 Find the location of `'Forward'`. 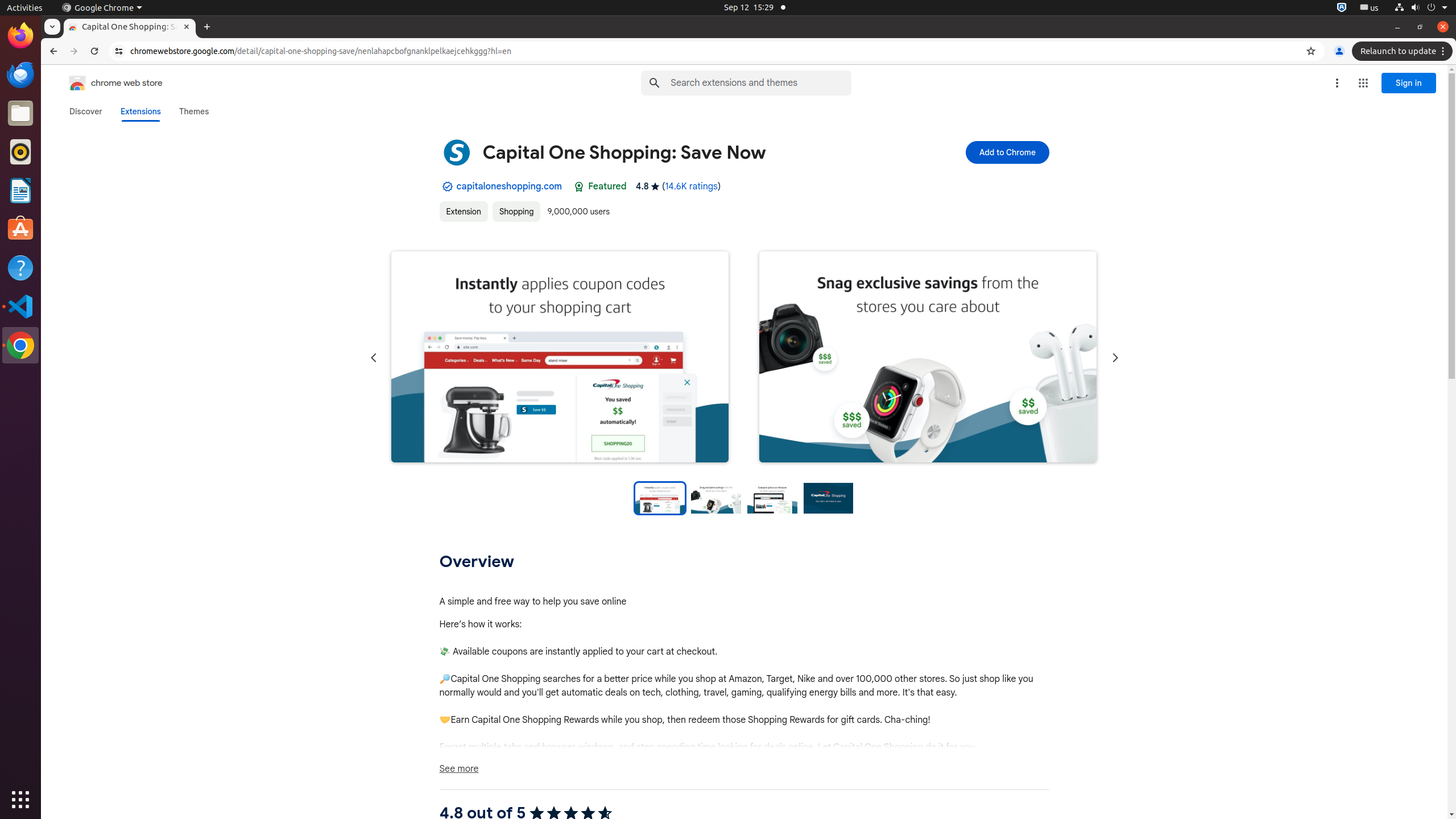

'Forward' is located at coordinates (74, 51).